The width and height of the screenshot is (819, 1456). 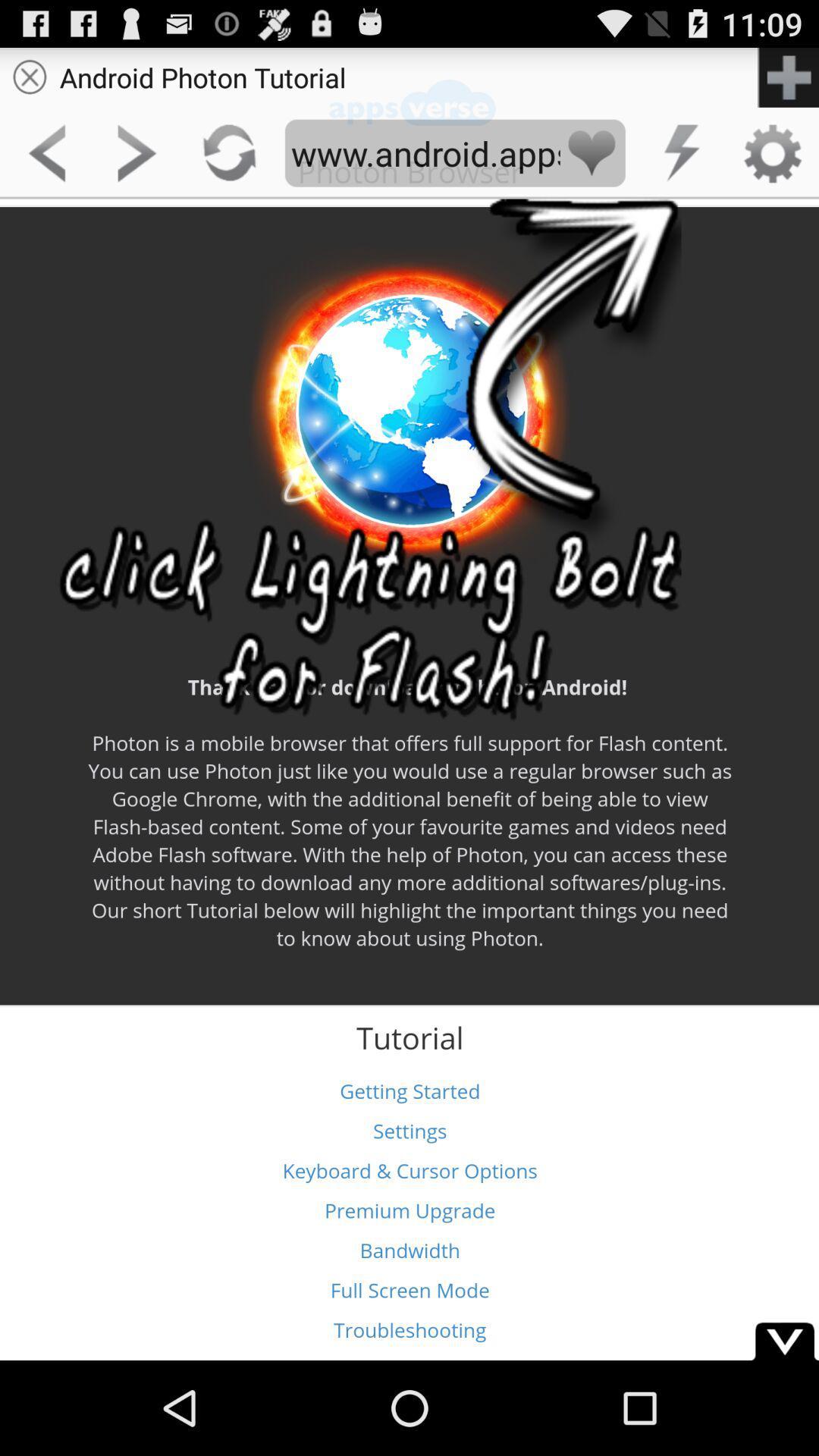 I want to click on the add icon, so click(x=788, y=82).